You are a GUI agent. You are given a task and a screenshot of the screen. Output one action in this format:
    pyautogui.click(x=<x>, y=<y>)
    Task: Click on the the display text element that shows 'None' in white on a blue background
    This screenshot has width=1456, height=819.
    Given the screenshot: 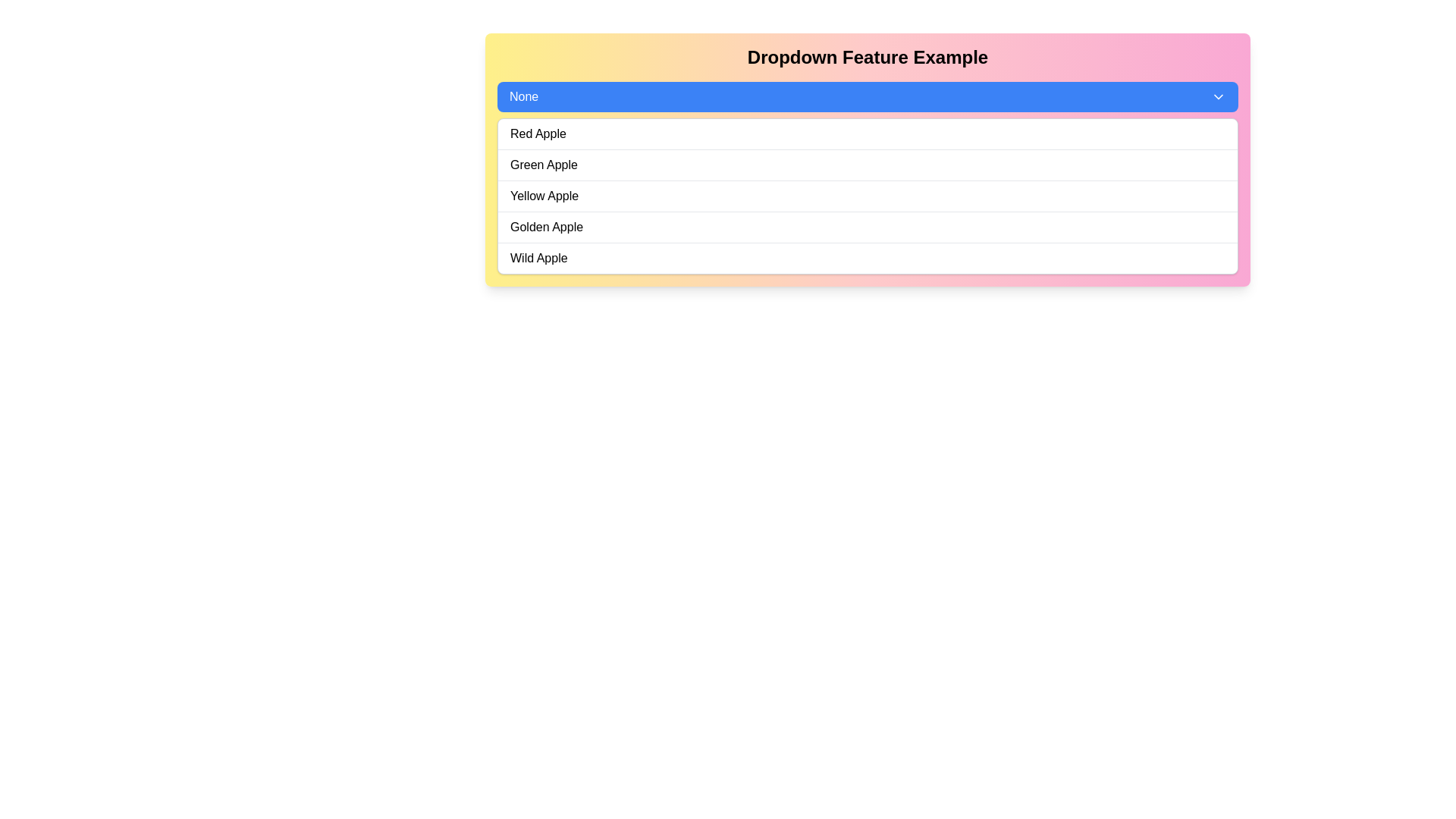 What is the action you would take?
    pyautogui.click(x=524, y=96)
    